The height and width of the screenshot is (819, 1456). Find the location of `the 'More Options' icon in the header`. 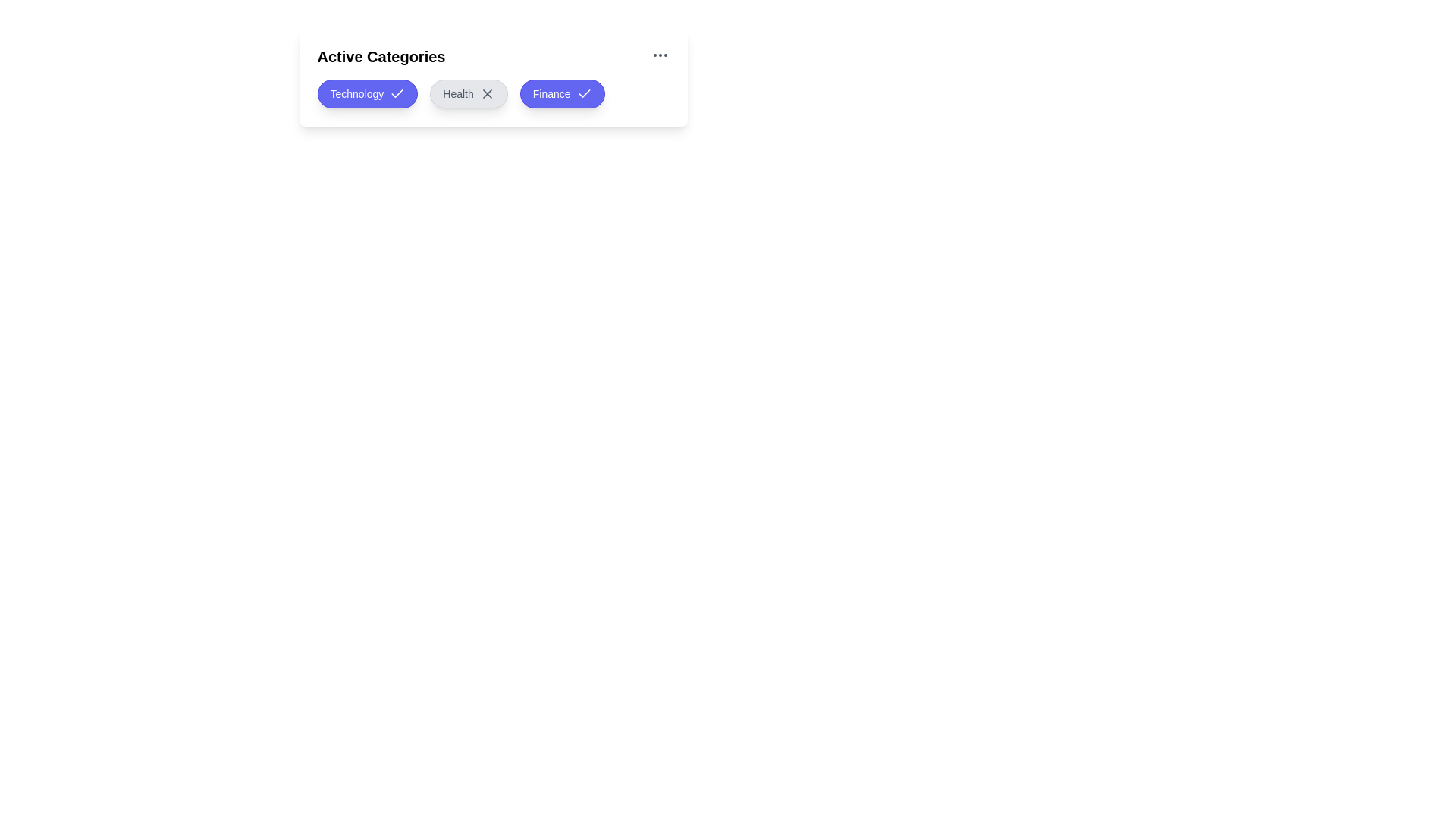

the 'More Options' icon in the header is located at coordinates (660, 55).